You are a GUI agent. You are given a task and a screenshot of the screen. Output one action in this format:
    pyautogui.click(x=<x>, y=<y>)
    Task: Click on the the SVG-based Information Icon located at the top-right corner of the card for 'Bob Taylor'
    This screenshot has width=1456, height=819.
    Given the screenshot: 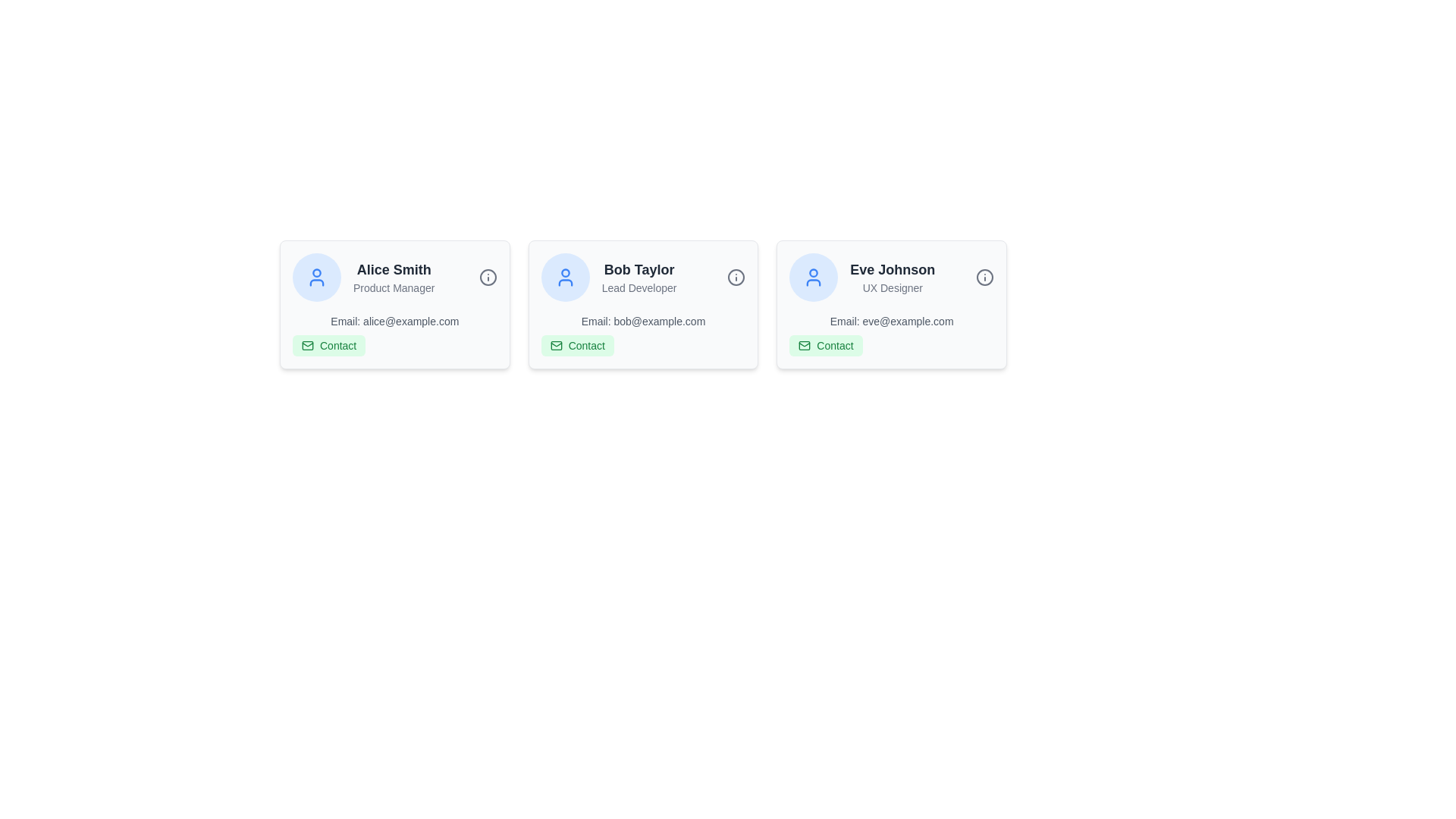 What is the action you would take?
    pyautogui.click(x=736, y=278)
    